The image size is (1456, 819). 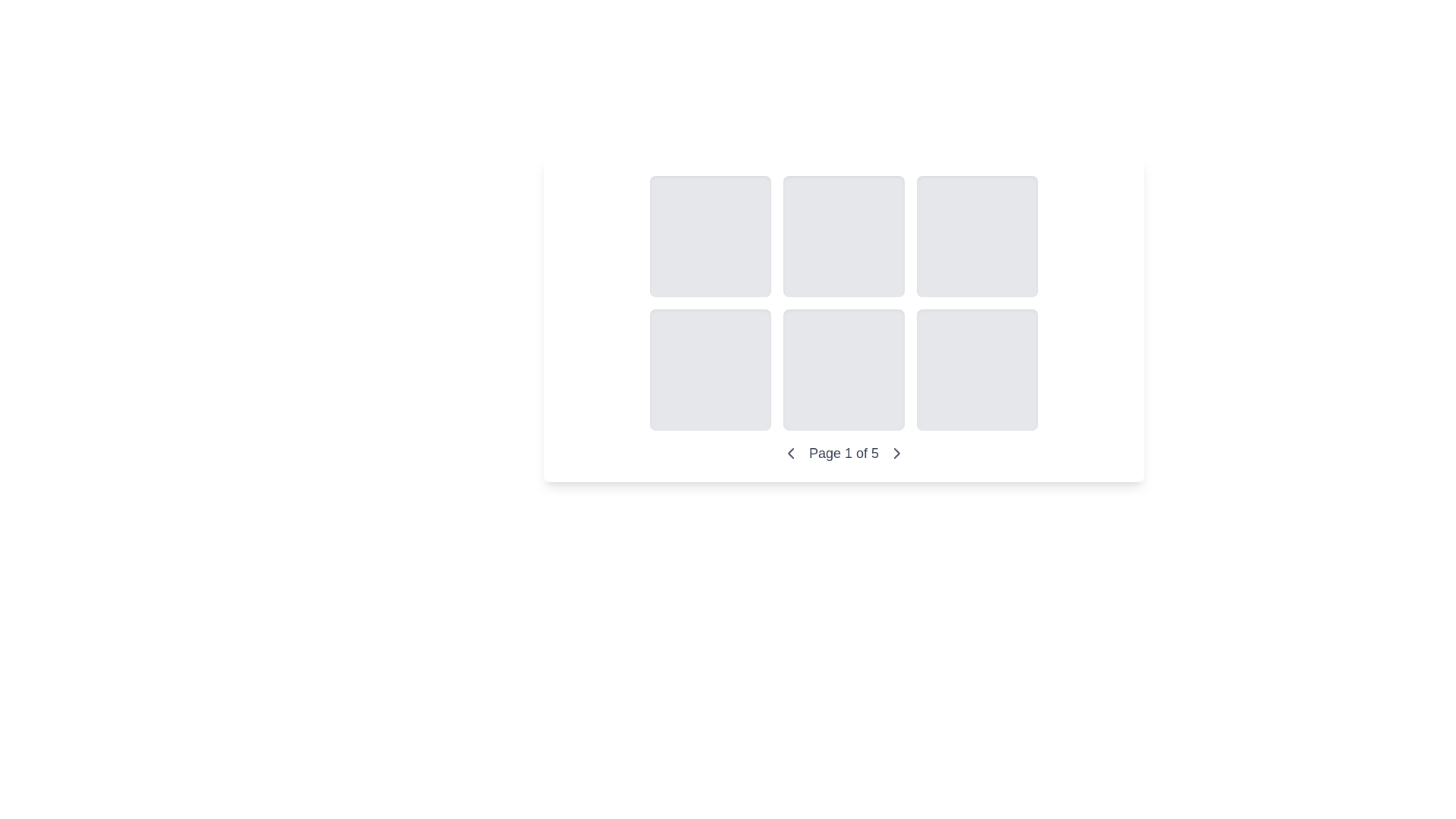 I want to click on the left-pointing chevron icon styled in gray located to the left of the text 'Page 1 of 5', so click(x=789, y=452).